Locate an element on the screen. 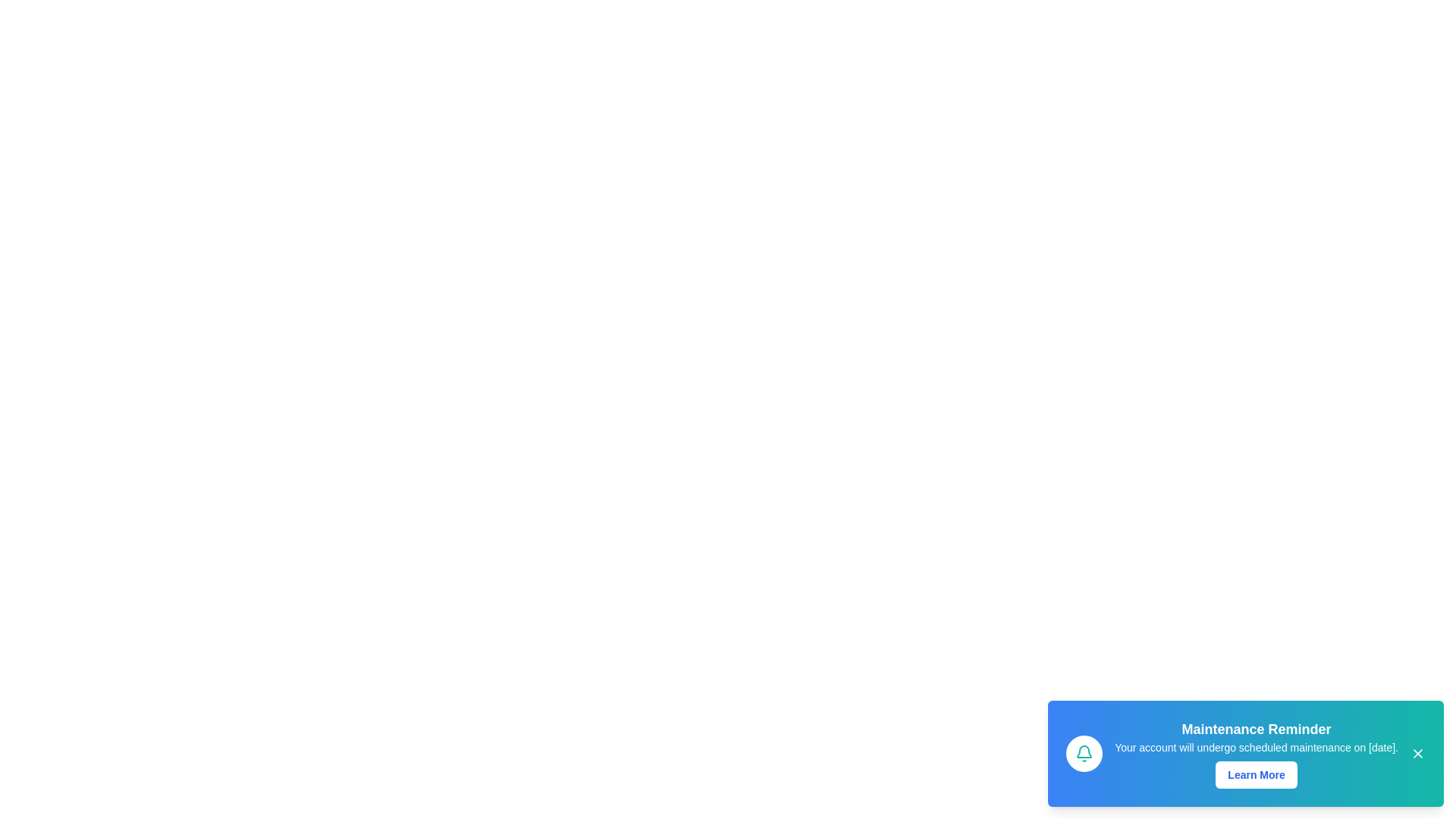  the 'Learn More' button, which is a rectangular button with rounded edges and a white background, located at the bottom of a notification card titled 'Maintenance Reminder' is located at coordinates (1257, 775).